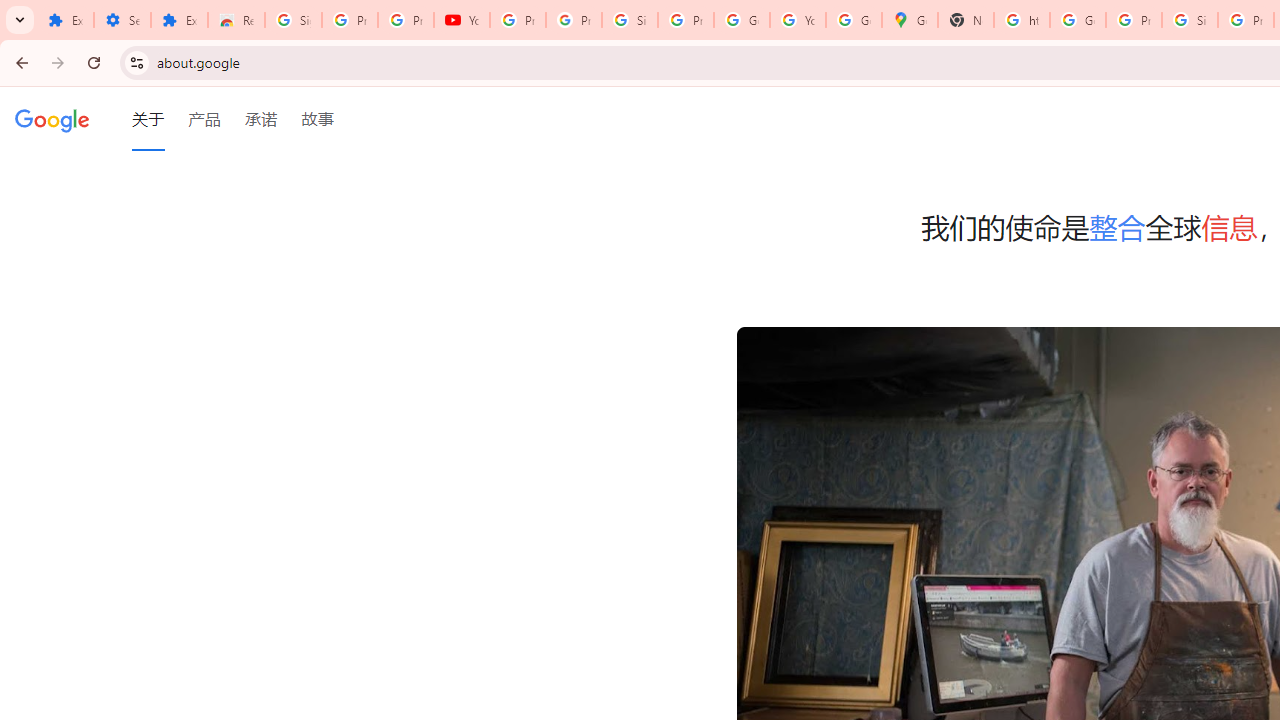 The image size is (1280, 720). I want to click on 'Extensions', so click(65, 20).